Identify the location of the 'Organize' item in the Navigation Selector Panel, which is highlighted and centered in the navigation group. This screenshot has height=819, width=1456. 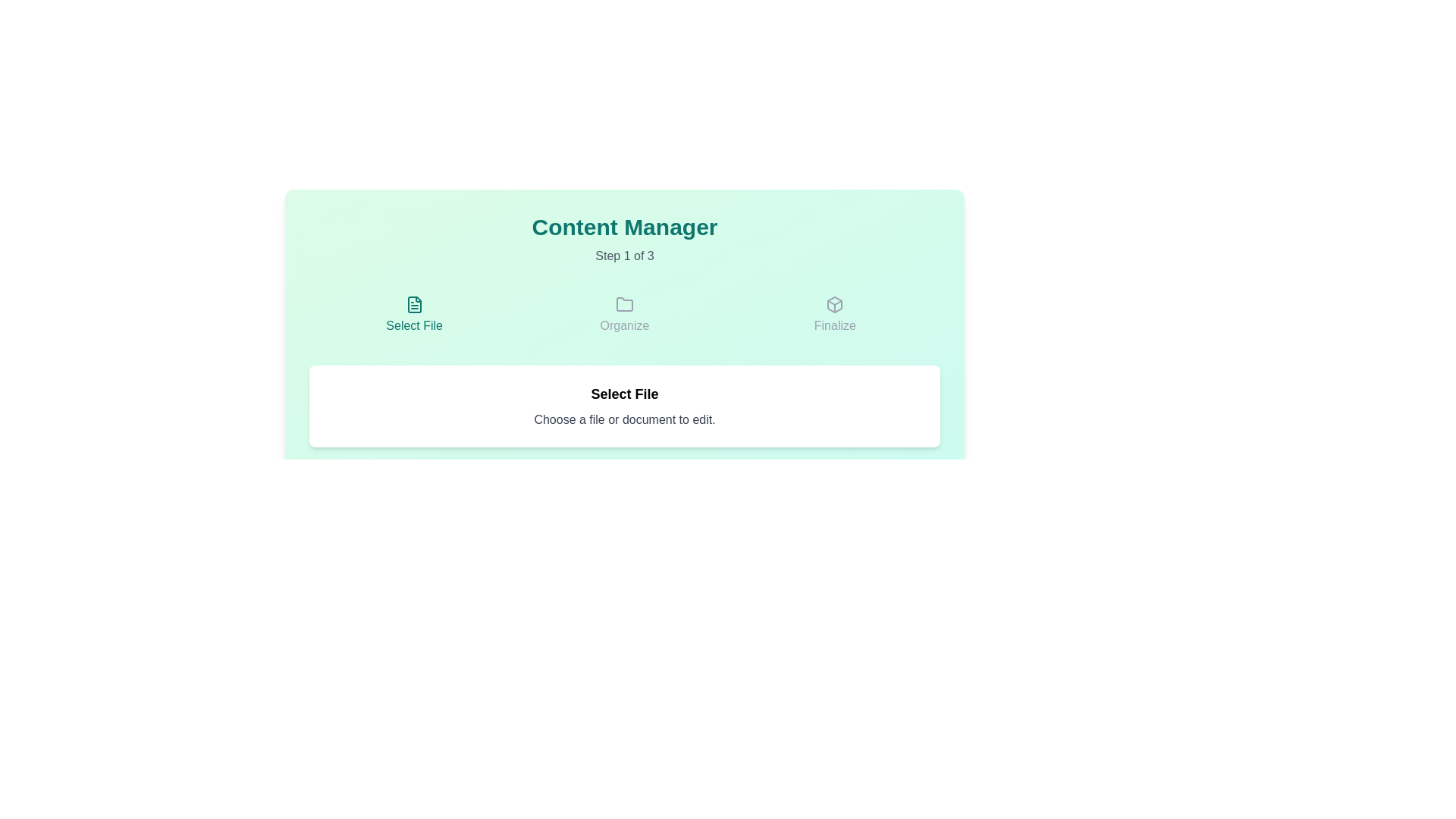
(625, 315).